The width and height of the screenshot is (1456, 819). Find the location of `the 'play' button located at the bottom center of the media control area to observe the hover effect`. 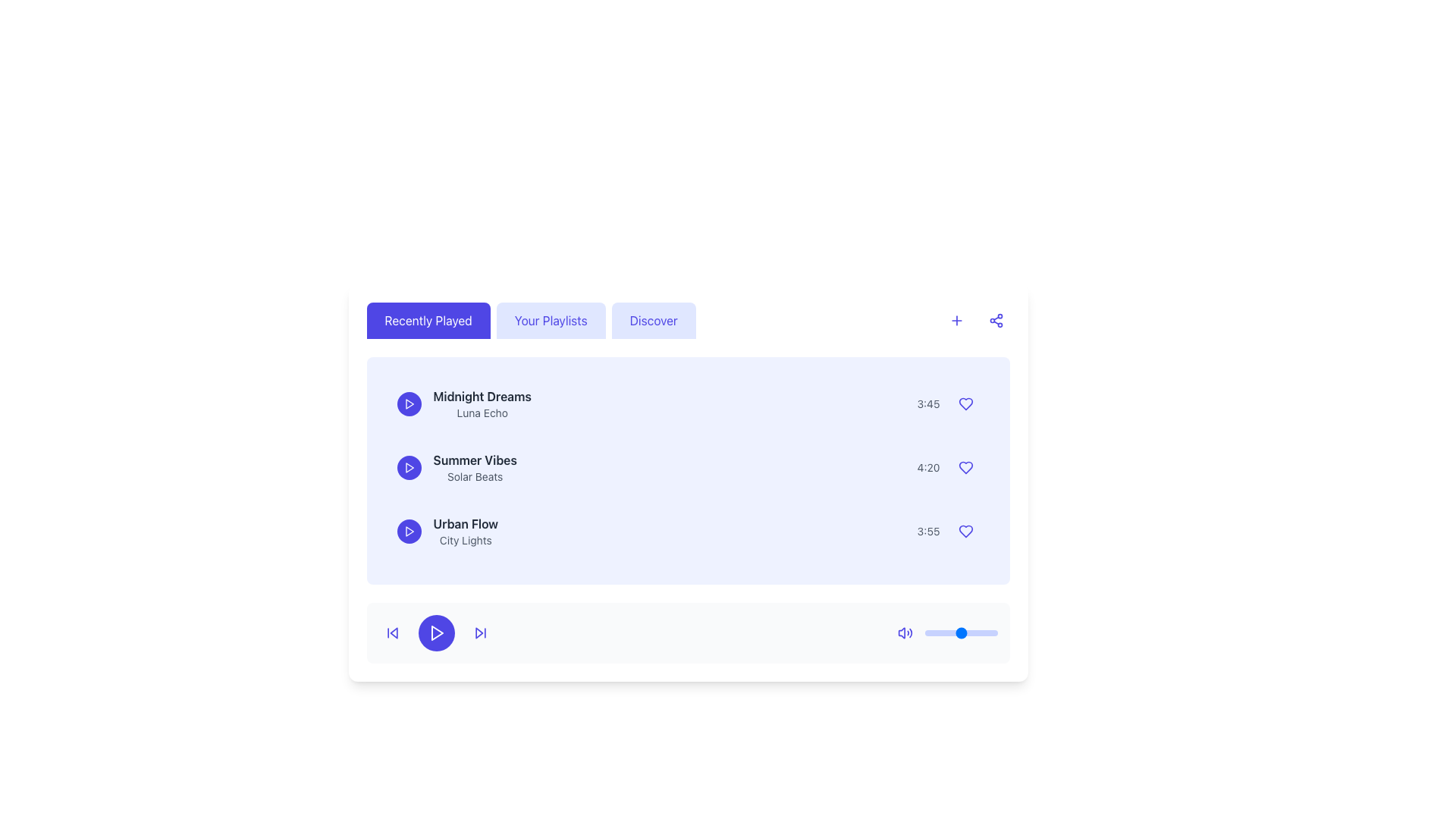

the 'play' button located at the bottom center of the media control area to observe the hover effect is located at coordinates (435, 632).